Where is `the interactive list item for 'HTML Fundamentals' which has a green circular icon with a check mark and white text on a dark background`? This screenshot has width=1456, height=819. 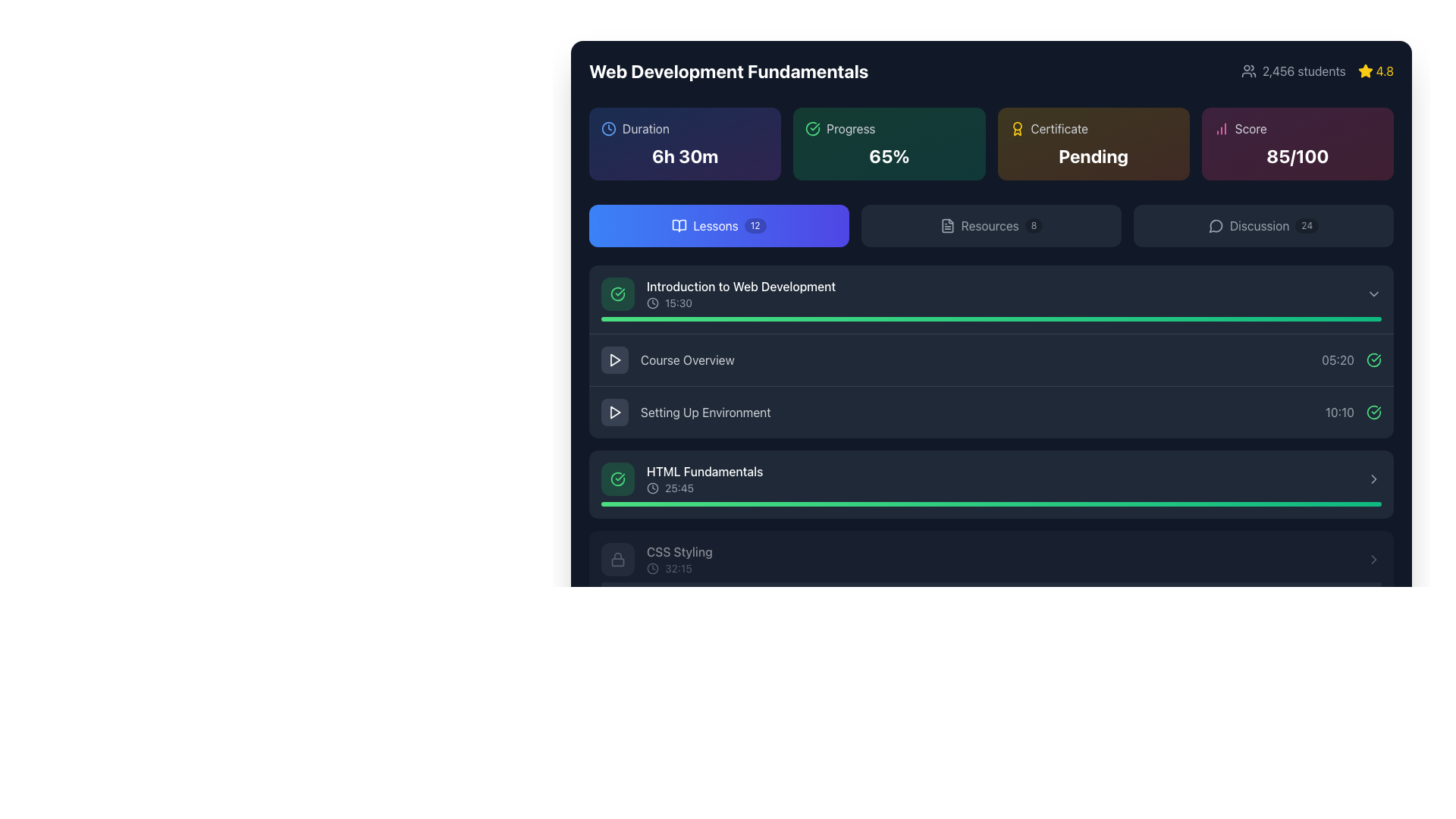 the interactive list item for 'HTML Fundamentals' which has a green circular icon with a check mark and white text on a dark background is located at coordinates (681, 479).